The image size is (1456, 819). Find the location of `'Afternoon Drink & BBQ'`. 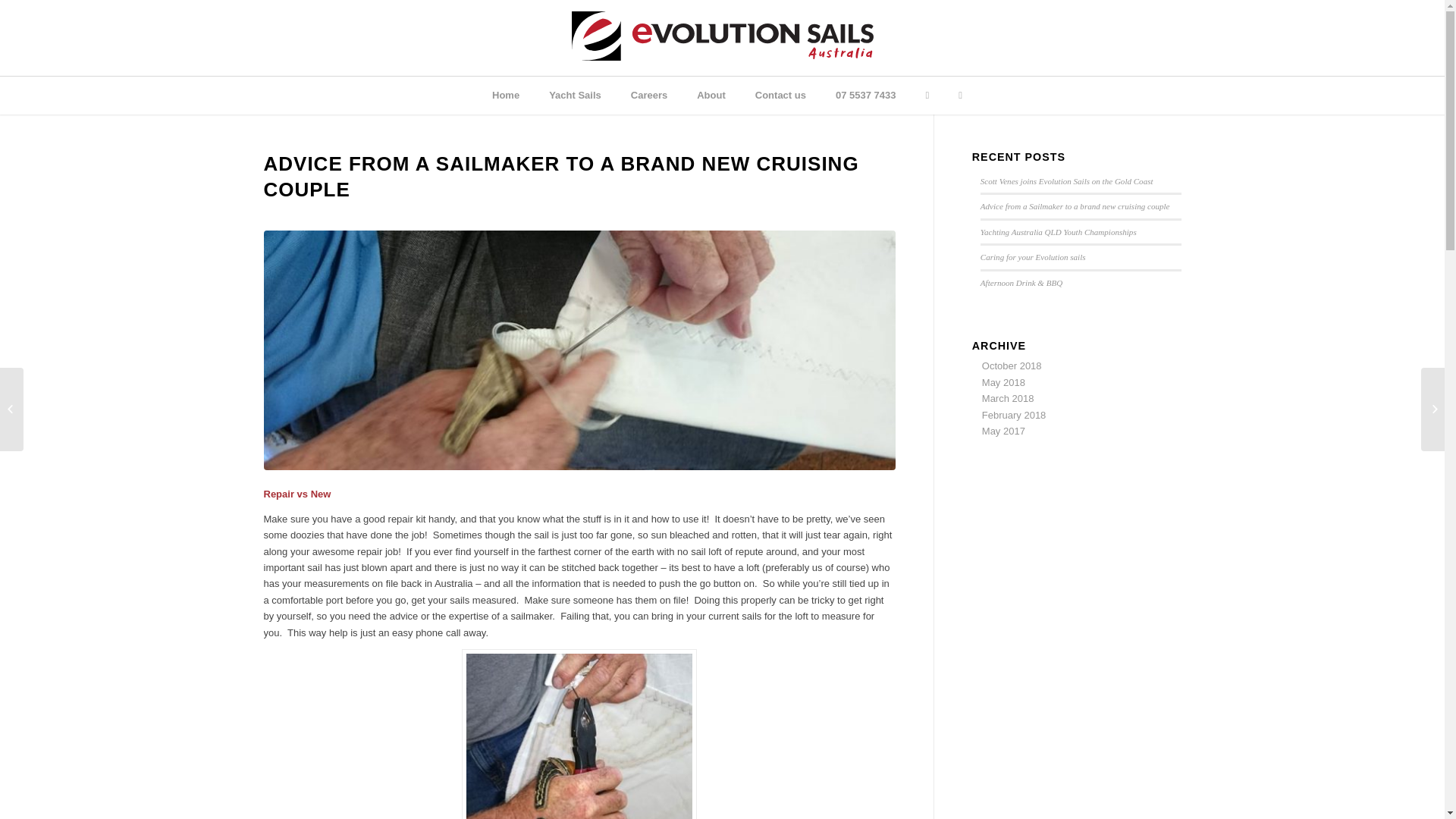

'Afternoon Drink & BBQ' is located at coordinates (980, 283).